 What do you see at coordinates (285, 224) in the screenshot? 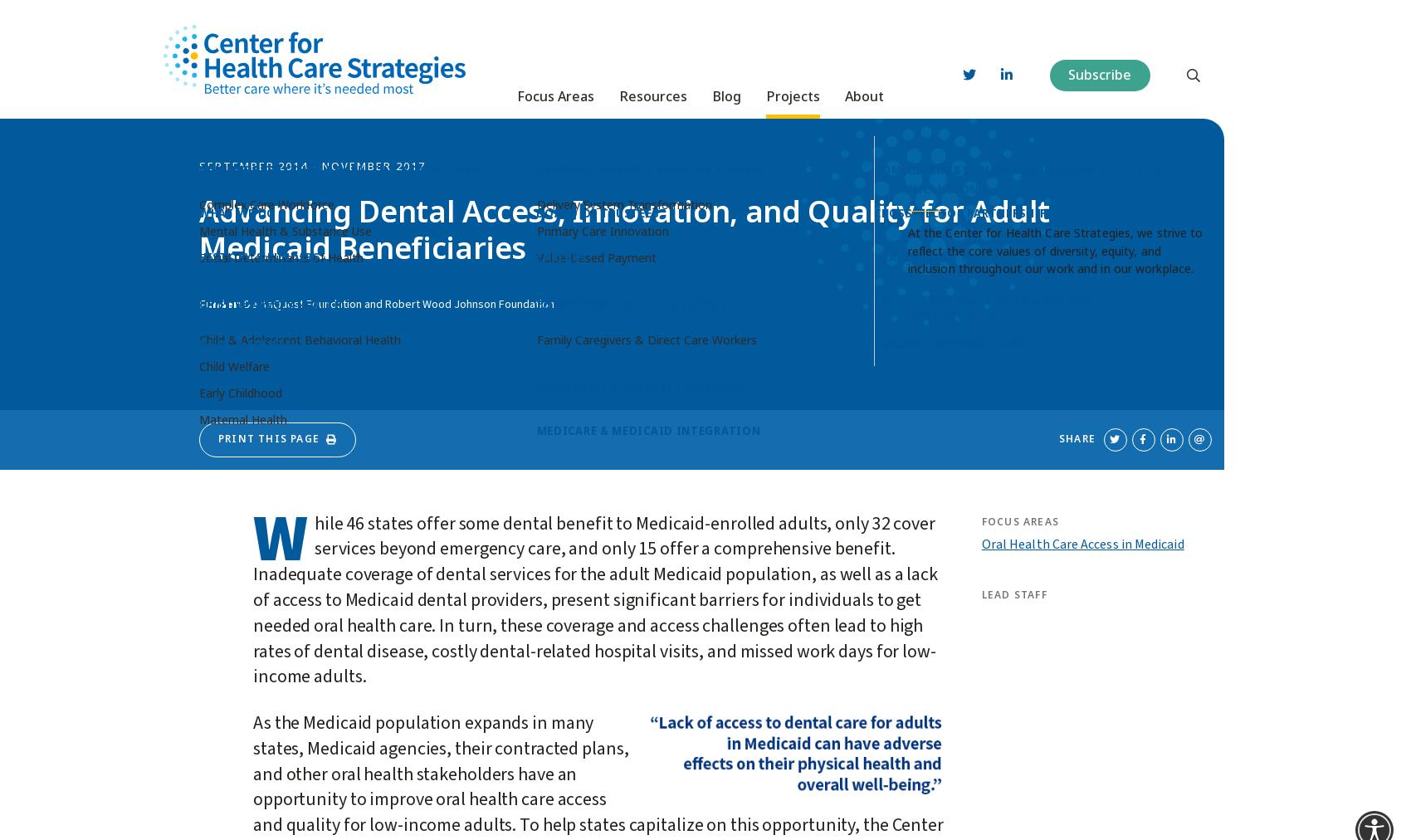
I see `'Mental Health & Substance Use'` at bounding box center [285, 224].